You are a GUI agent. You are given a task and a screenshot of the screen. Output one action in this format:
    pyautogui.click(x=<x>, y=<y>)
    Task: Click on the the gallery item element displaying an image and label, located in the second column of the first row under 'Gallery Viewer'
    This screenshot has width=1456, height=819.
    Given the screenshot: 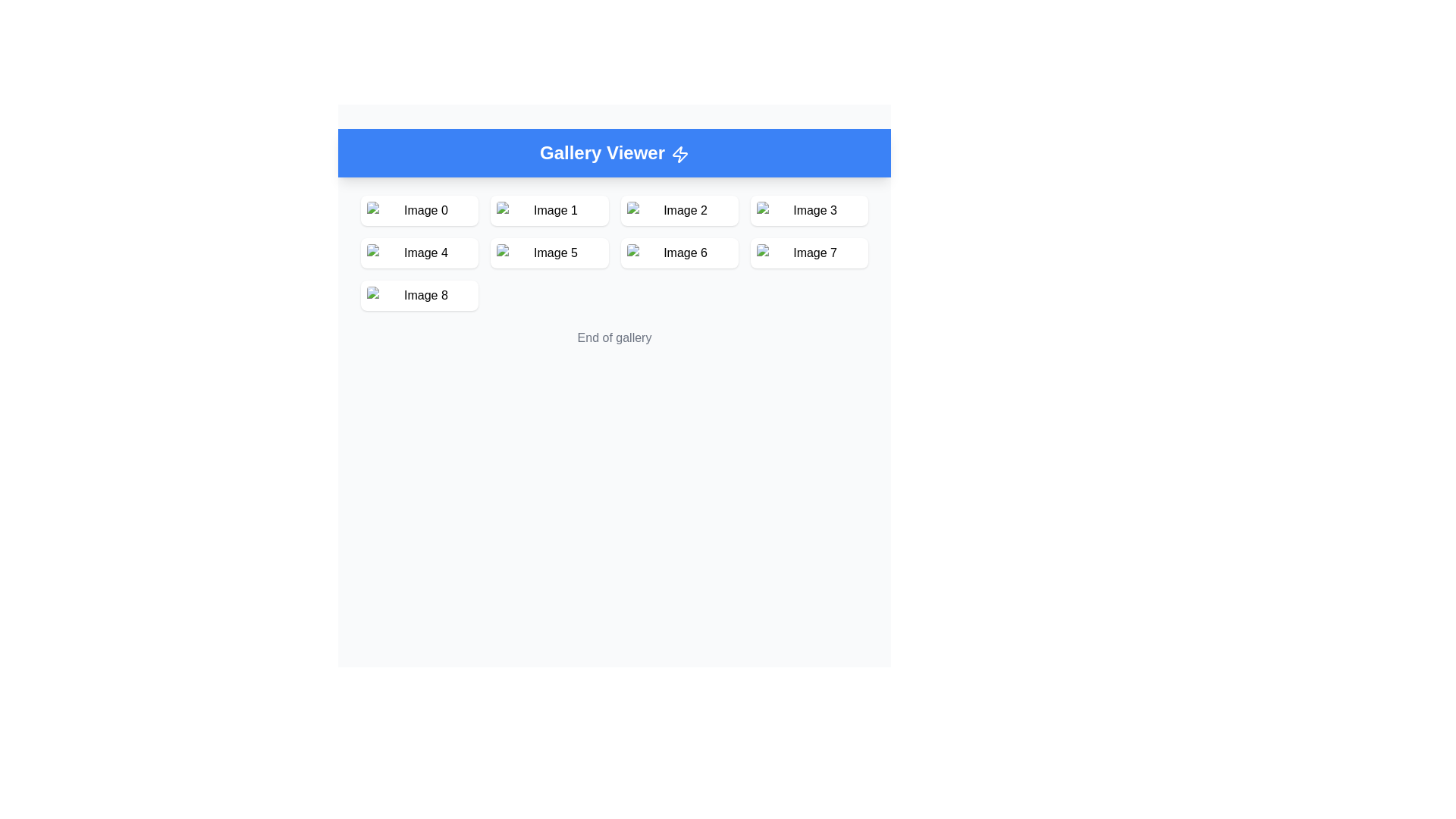 What is the action you would take?
    pyautogui.click(x=548, y=210)
    